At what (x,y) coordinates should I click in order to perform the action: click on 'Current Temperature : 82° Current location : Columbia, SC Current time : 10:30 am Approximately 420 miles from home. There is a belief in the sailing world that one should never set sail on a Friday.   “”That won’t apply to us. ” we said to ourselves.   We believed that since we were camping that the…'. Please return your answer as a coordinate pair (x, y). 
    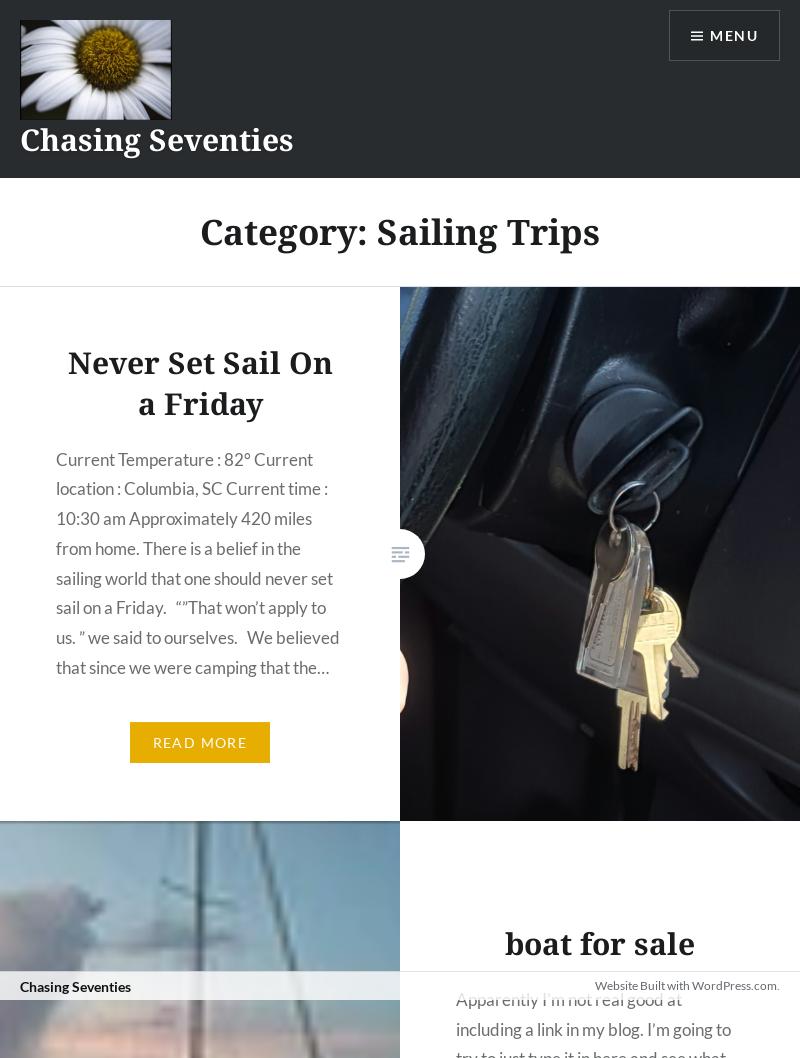
    Looking at the image, I should click on (197, 562).